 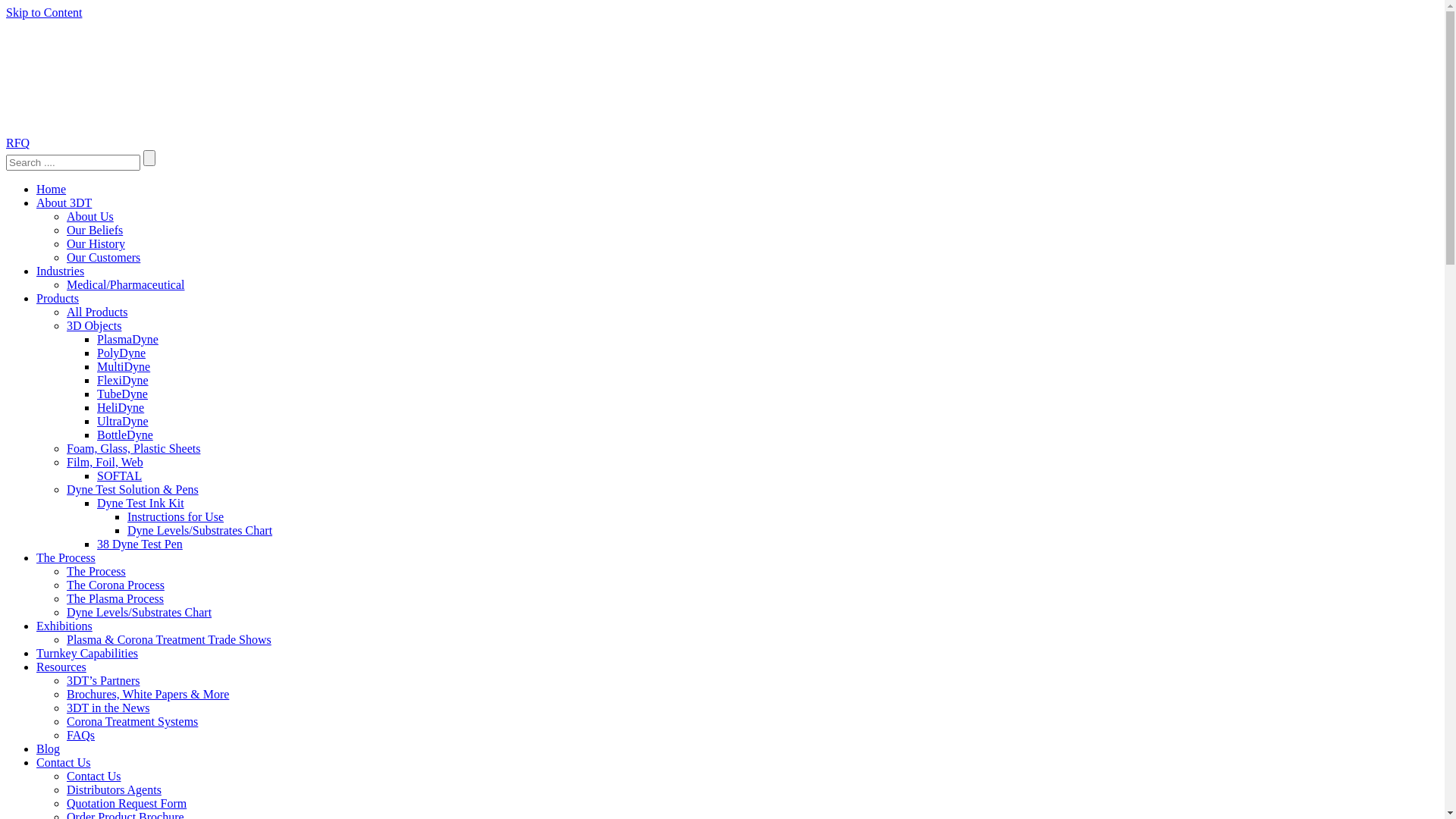 I want to click on 'Dyne Test Solution & Pens', so click(x=132, y=489).